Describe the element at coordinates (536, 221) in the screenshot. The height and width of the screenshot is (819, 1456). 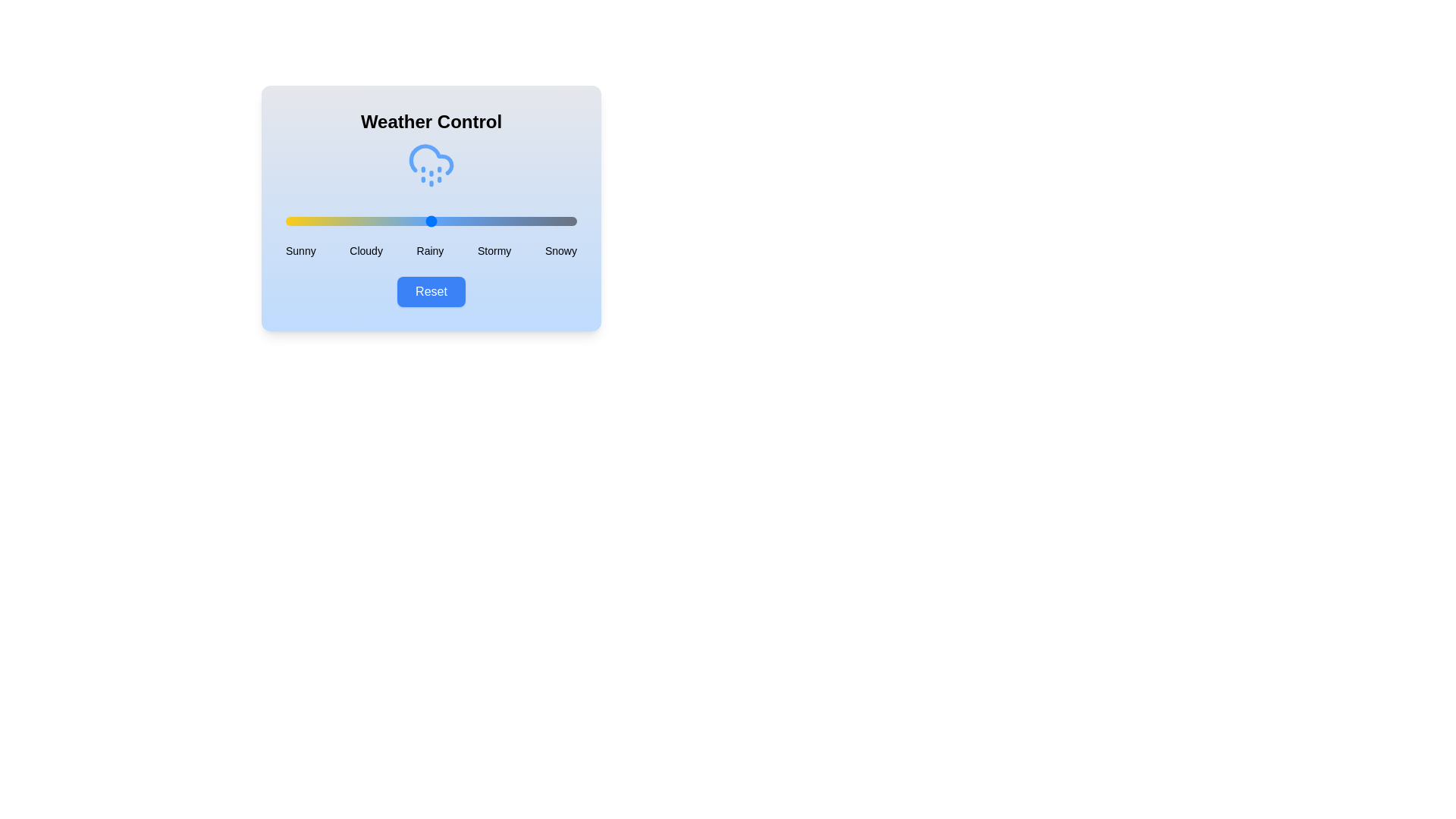
I see `the weather condition slider to 86` at that location.